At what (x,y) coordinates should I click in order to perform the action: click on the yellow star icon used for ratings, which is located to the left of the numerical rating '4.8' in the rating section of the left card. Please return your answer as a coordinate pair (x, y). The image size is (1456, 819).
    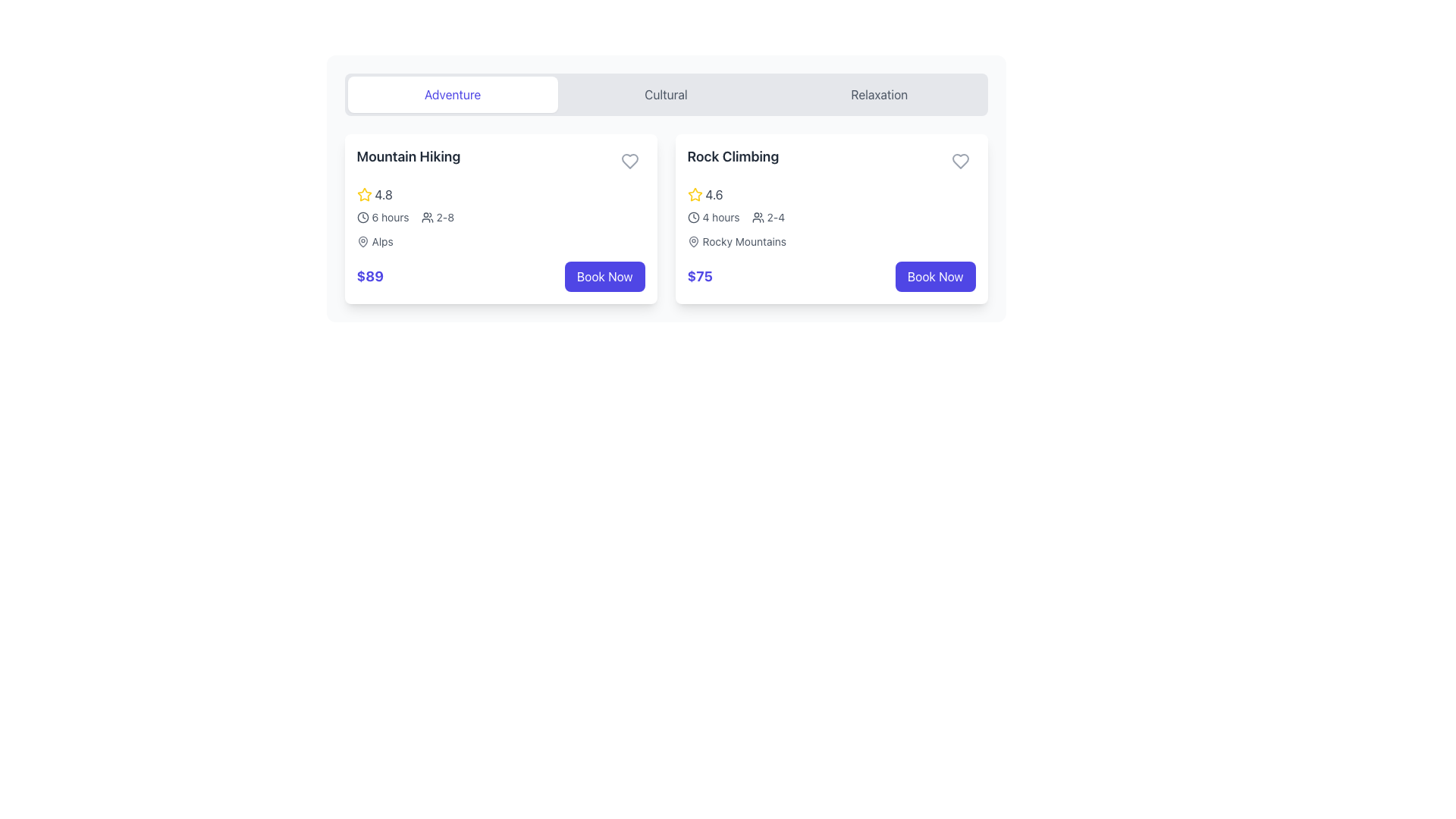
    Looking at the image, I should click on (364, 194).